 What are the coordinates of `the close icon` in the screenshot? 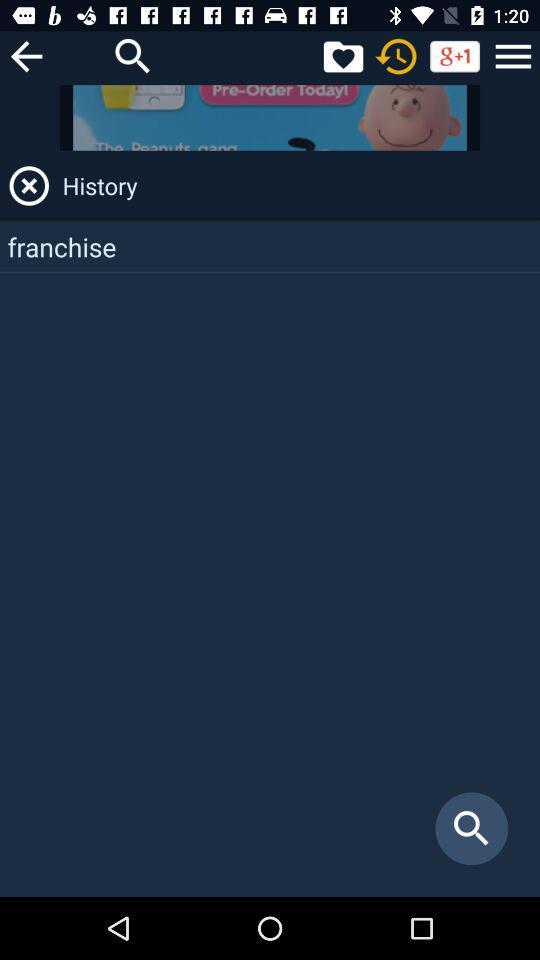 It's located at (28, 185).